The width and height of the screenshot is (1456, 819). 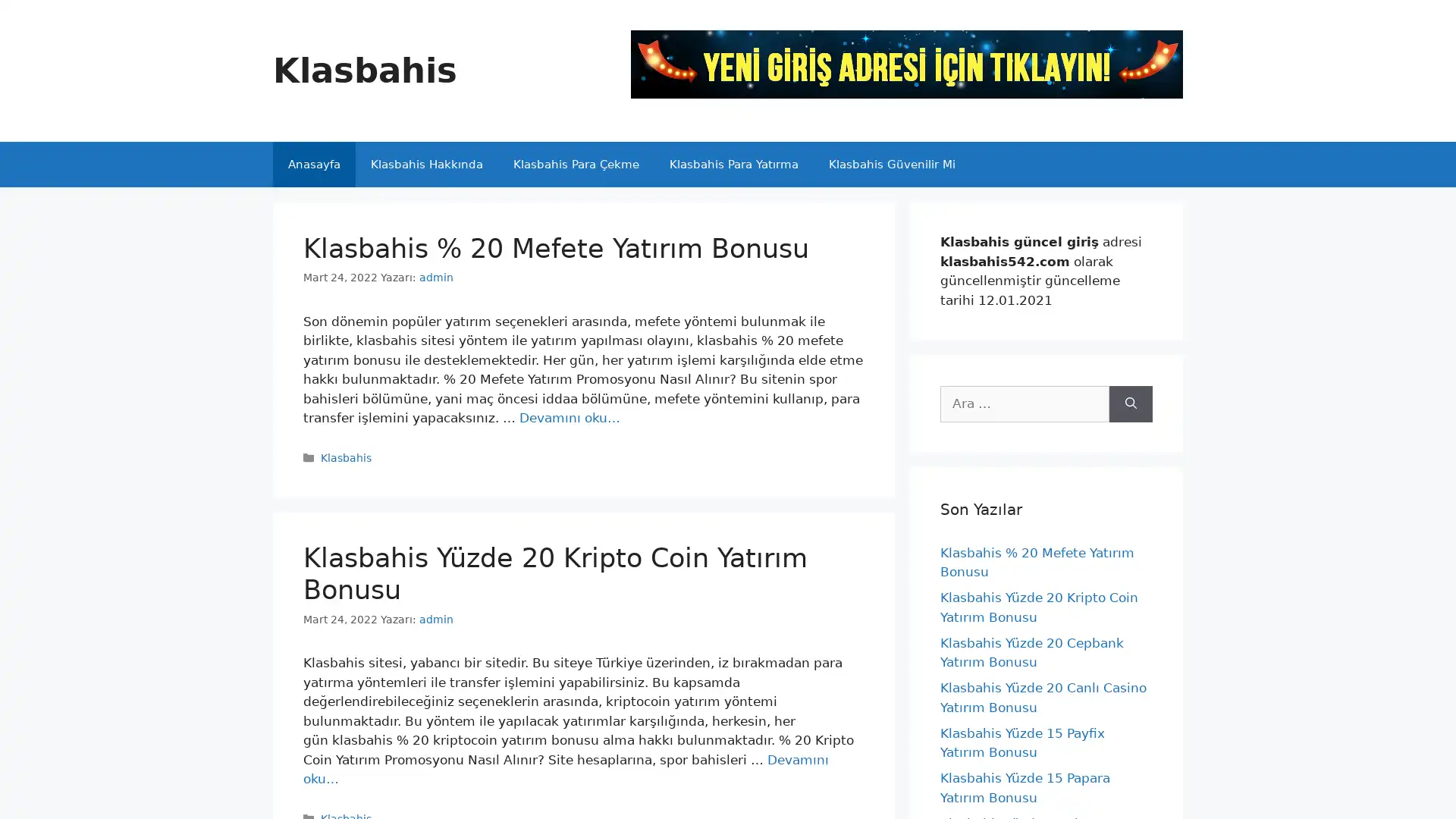 I want to click on Ara, so click(x=1131, y=403).